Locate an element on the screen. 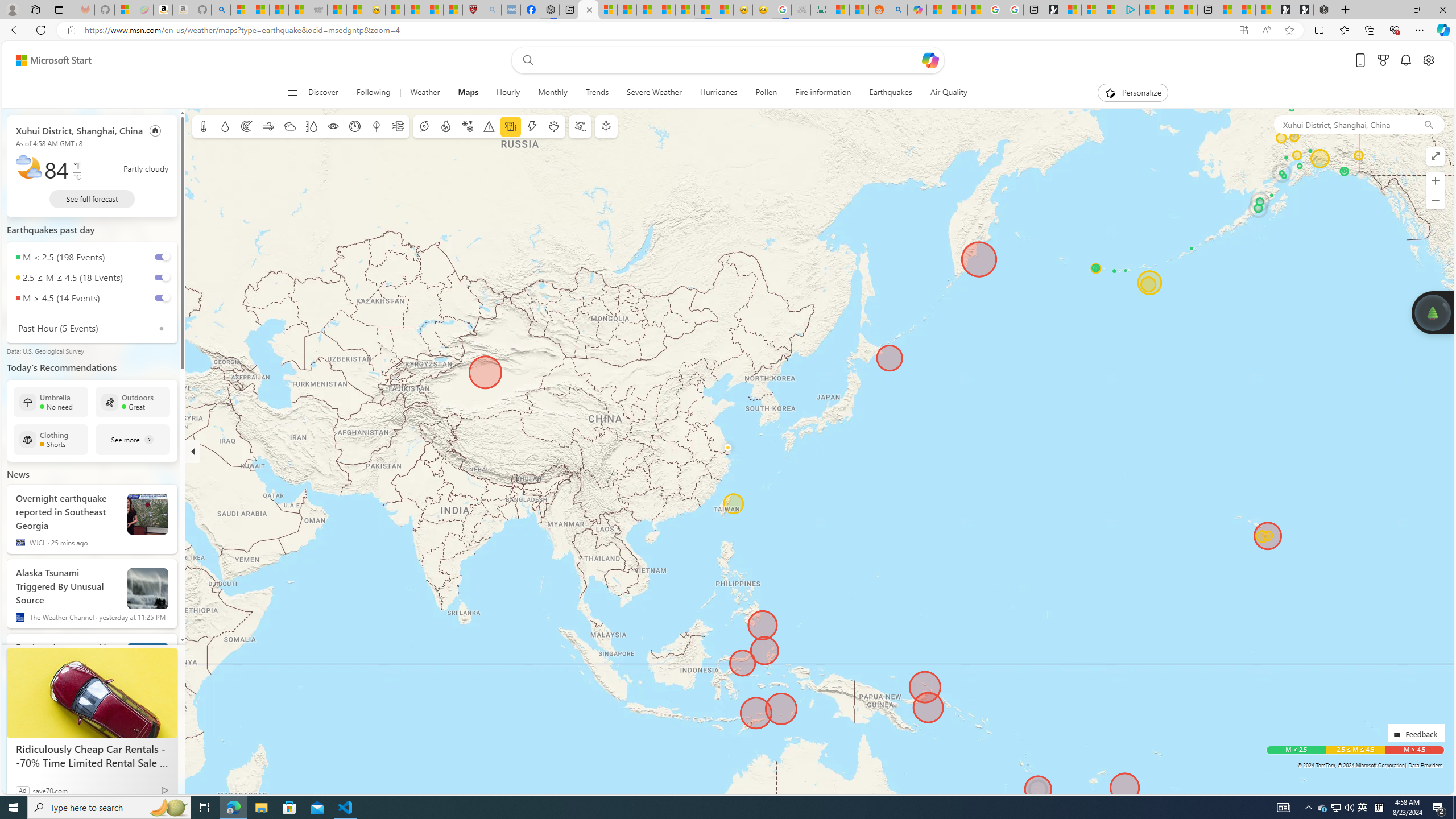  'Pollen' is located at coordinates (765, 92).